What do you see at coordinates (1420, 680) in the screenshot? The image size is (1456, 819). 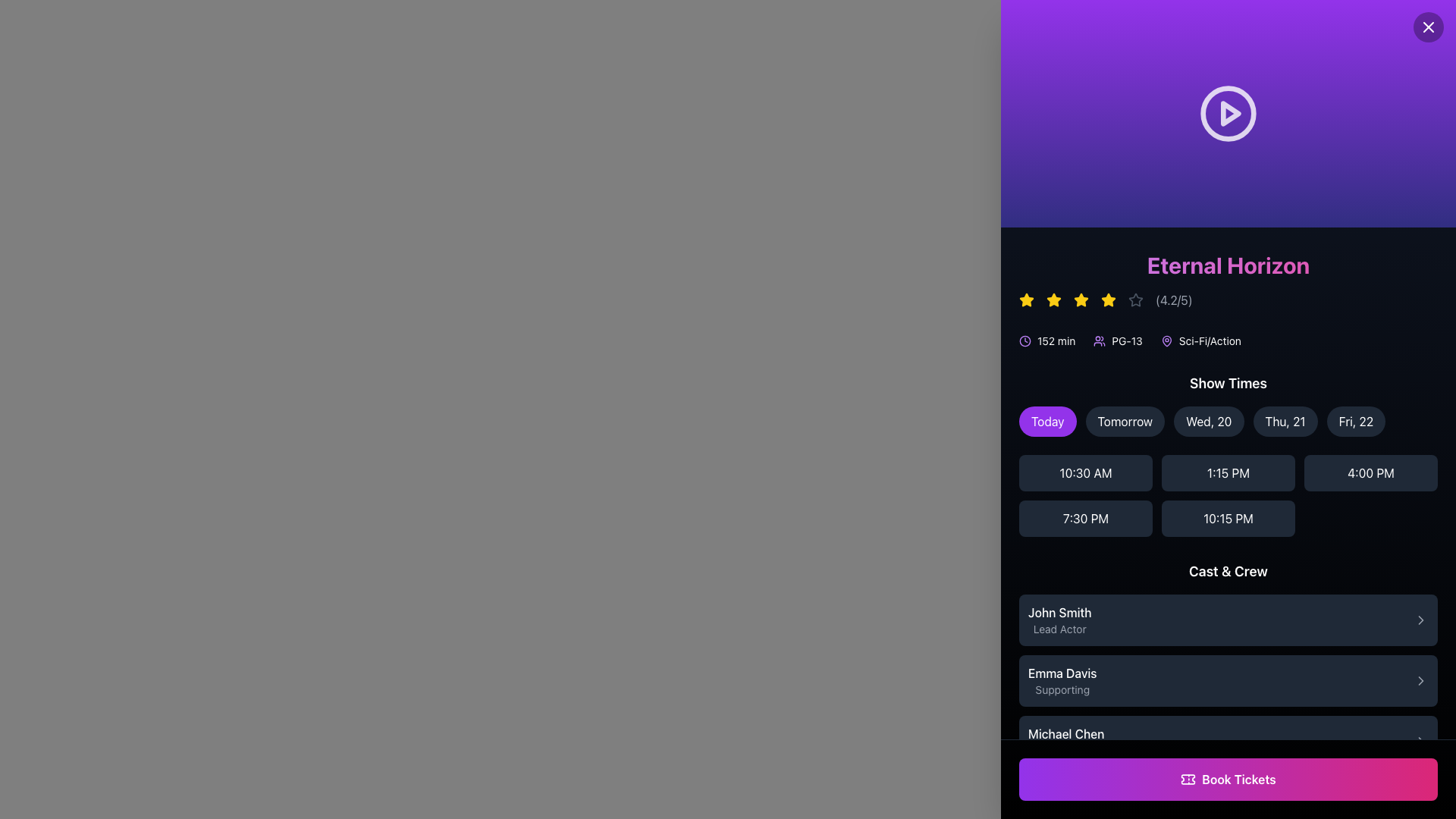 I see `the right-pointing chevron SVG icon located at the far right side of the box containing the texts 'Emma Davis' and 'Supporting'` at bounding box center [1420, 680].